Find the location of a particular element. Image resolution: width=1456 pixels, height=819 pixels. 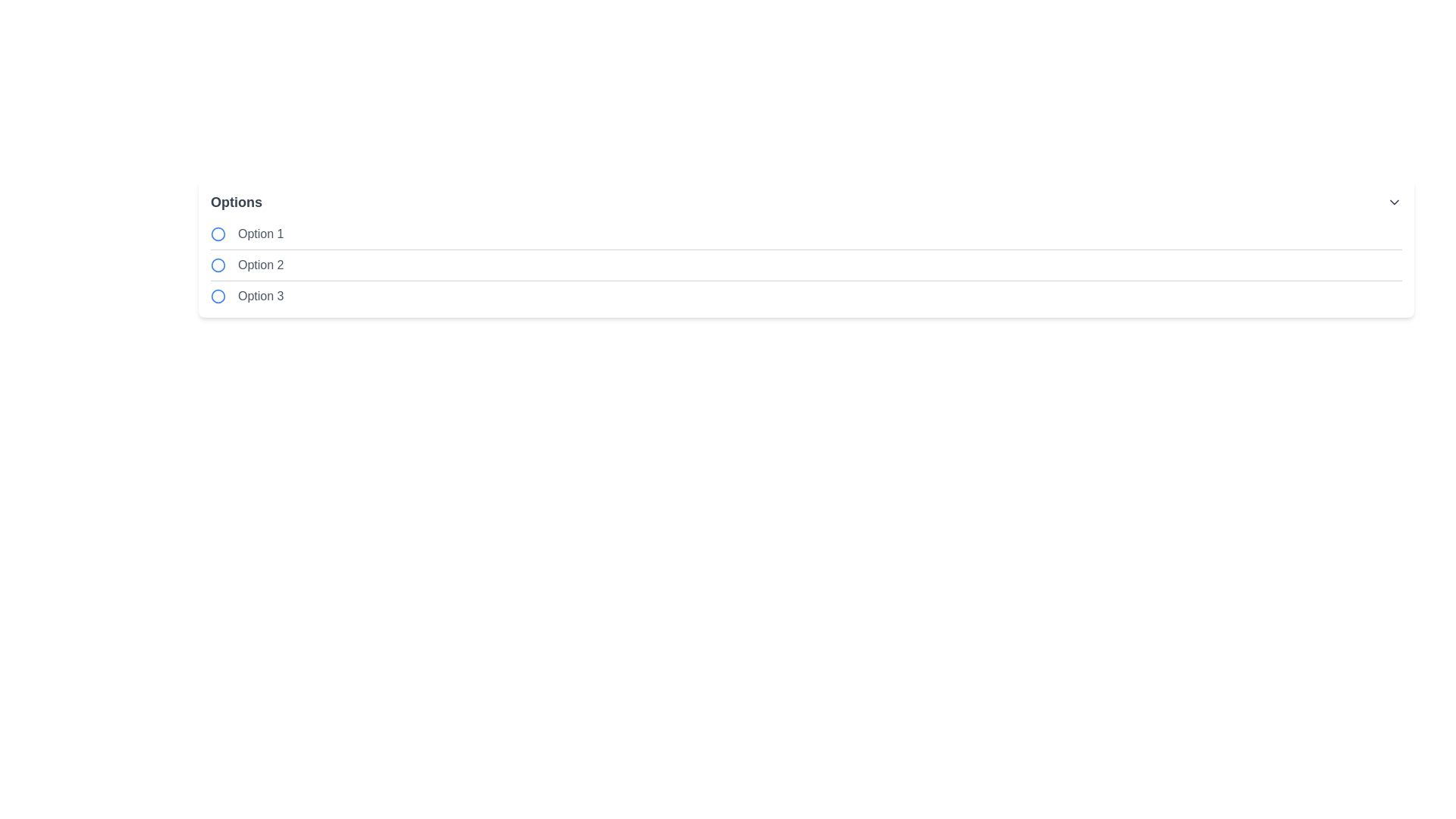

the selectable list item representing 'Option 3' is located at coordinates (805, 296).